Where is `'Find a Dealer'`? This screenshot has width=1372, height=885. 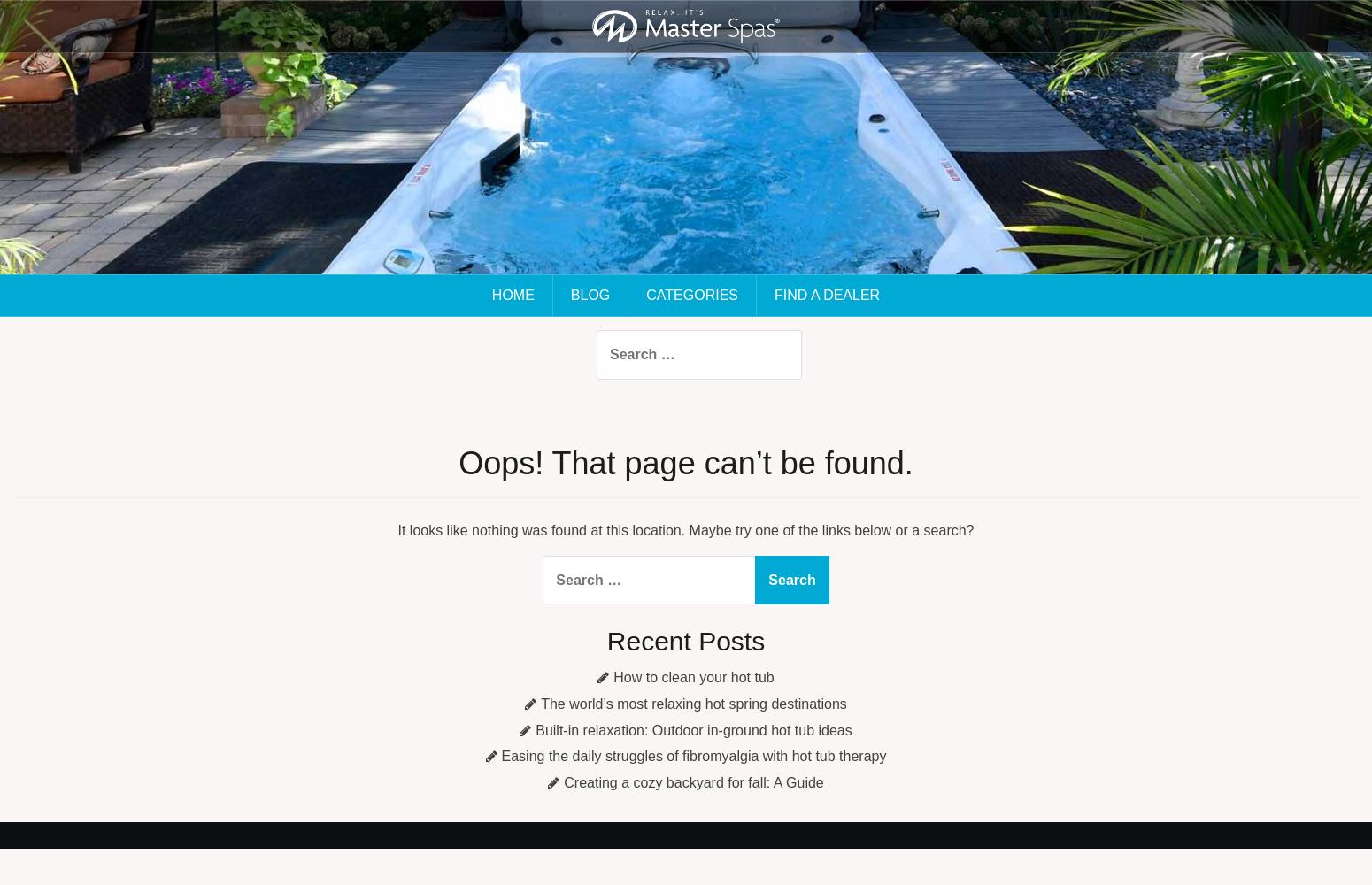
'Find a Dealer' is located at coordinates (774, 294).